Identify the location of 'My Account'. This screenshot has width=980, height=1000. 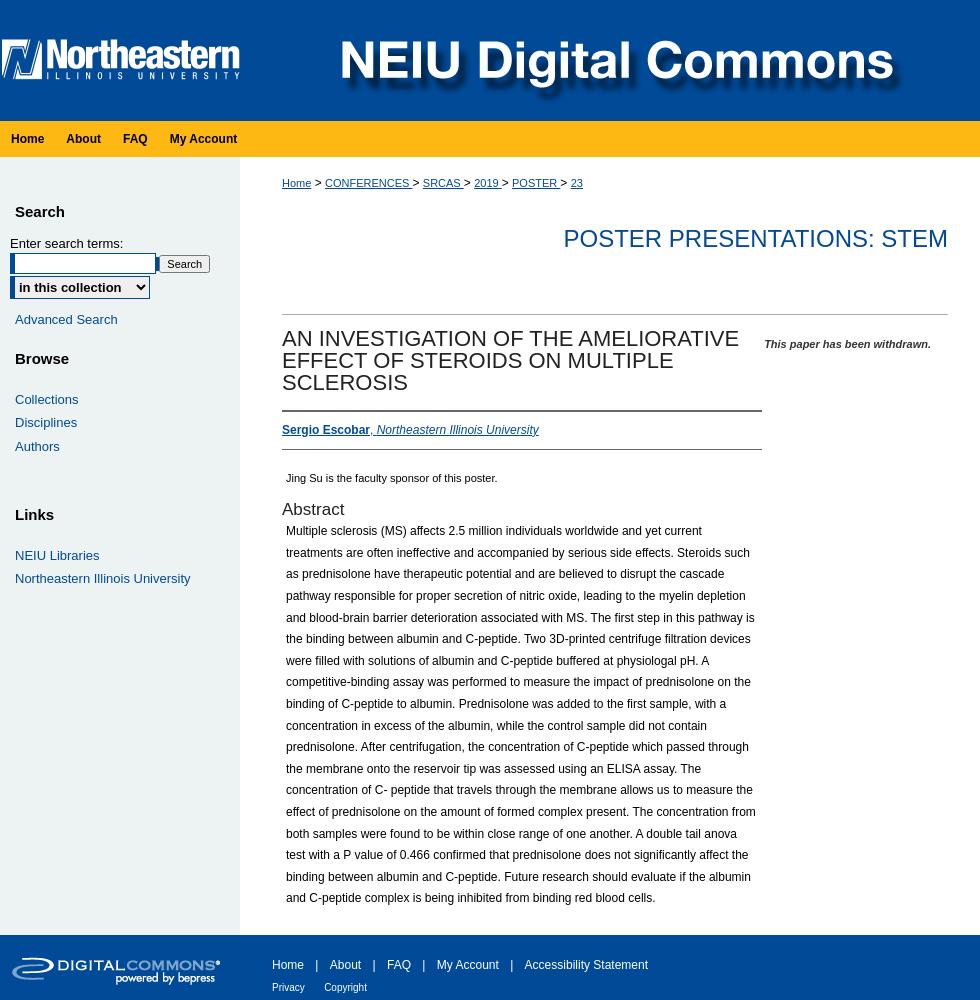
(436, 963).